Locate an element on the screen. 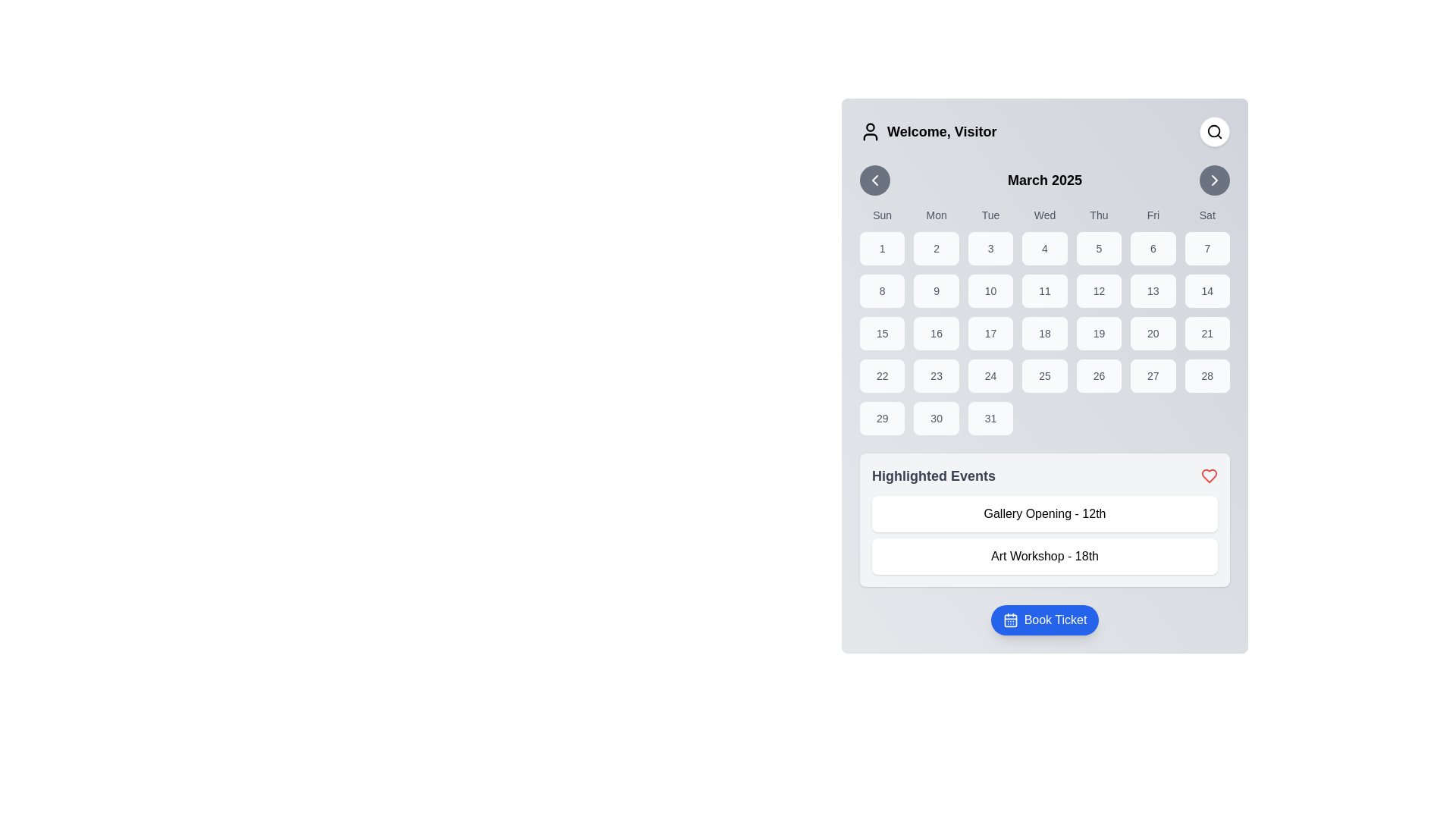  the static text label indicating 'Tue' in the week header of the calendar layout, which is the third of seven day labels is located at coordinates (990, 215).